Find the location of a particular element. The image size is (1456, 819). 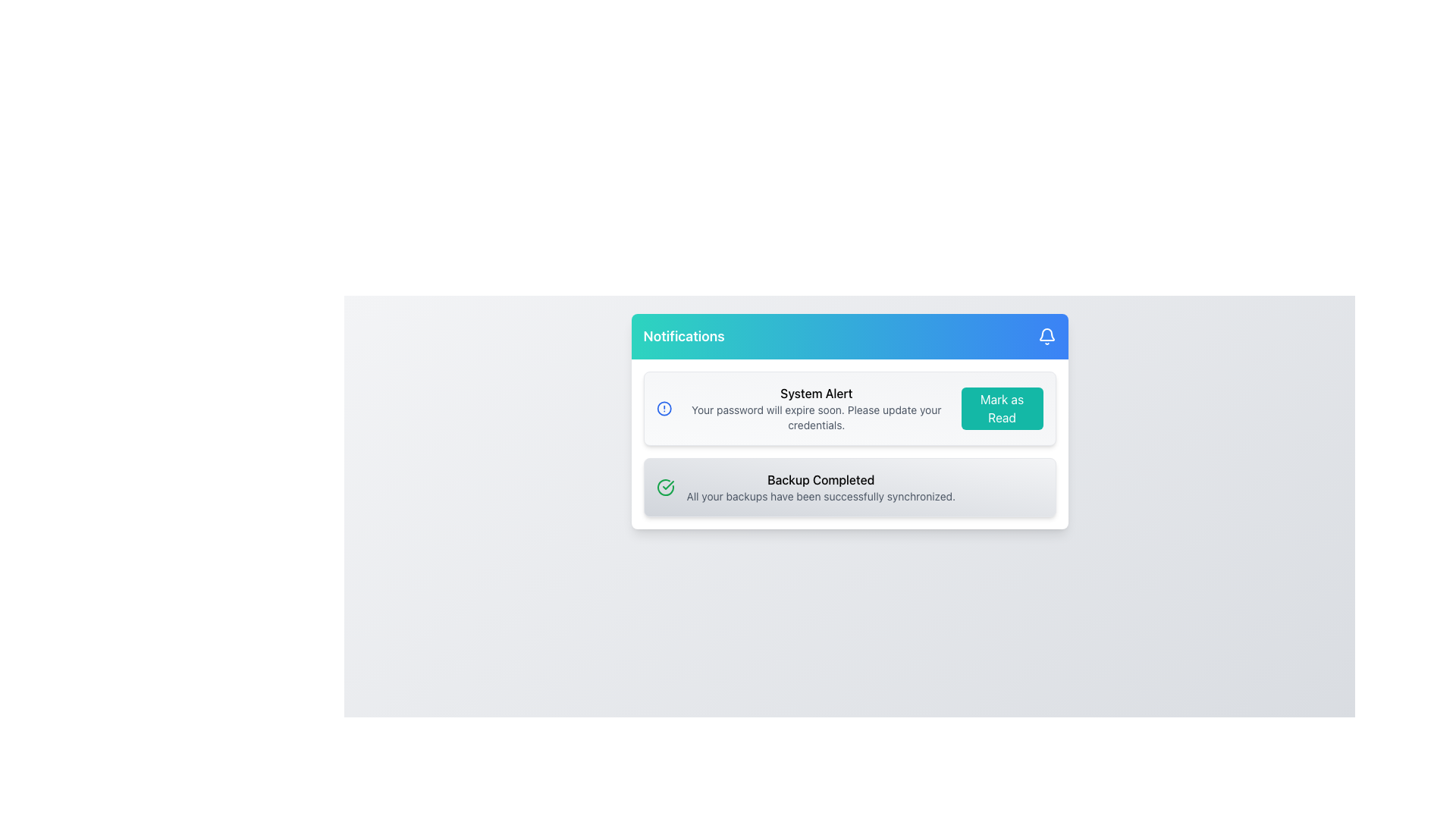

the circular blue-bordered icon with an exclamation mark representing an alert, located to the left of the 'System Alert' text in the notification panel is located at coordinates (664, 408).